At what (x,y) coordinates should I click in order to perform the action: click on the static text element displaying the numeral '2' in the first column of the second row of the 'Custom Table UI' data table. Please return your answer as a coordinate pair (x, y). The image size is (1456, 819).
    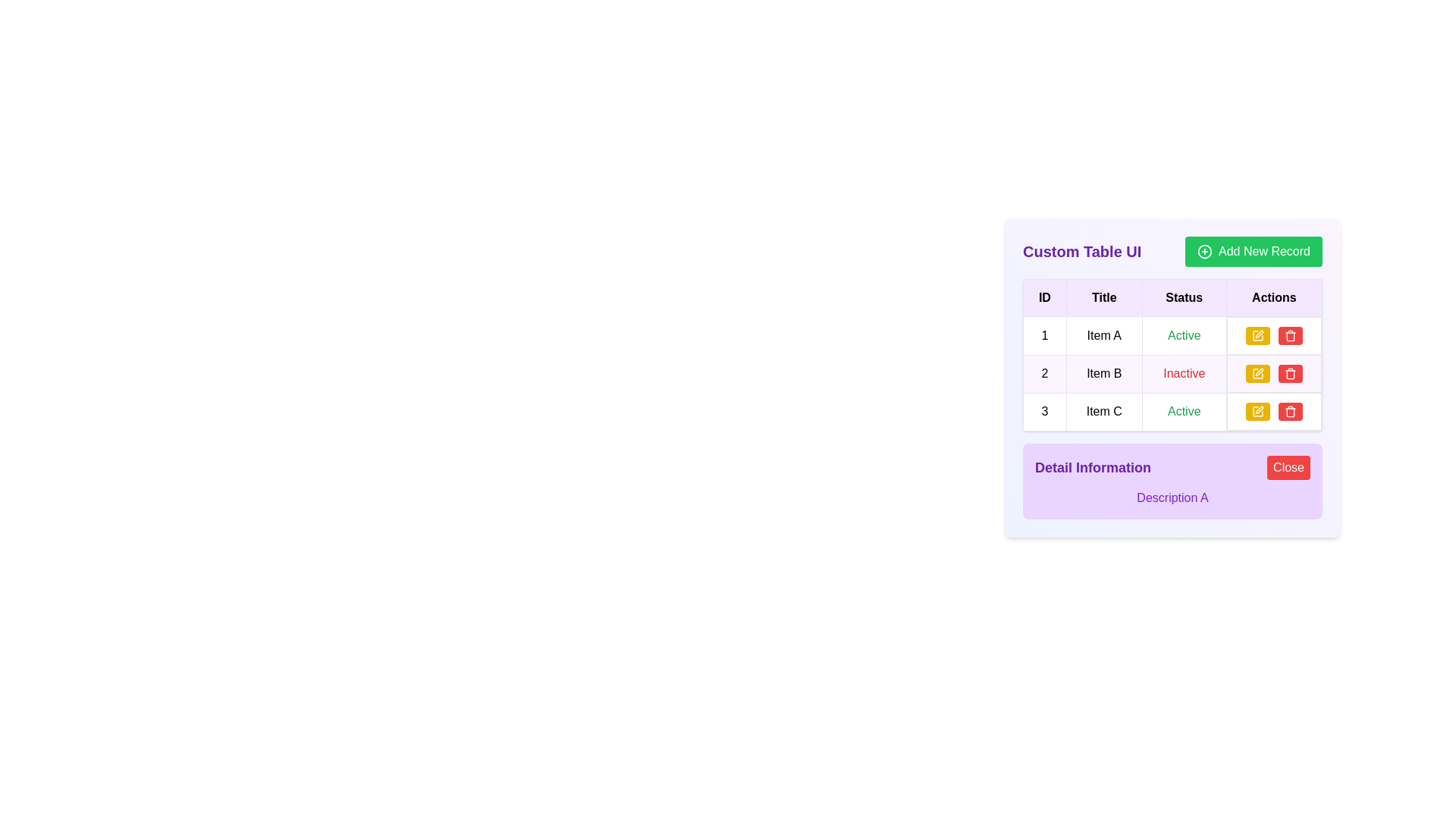
    Looking at the image, I should click on (1043, 374).